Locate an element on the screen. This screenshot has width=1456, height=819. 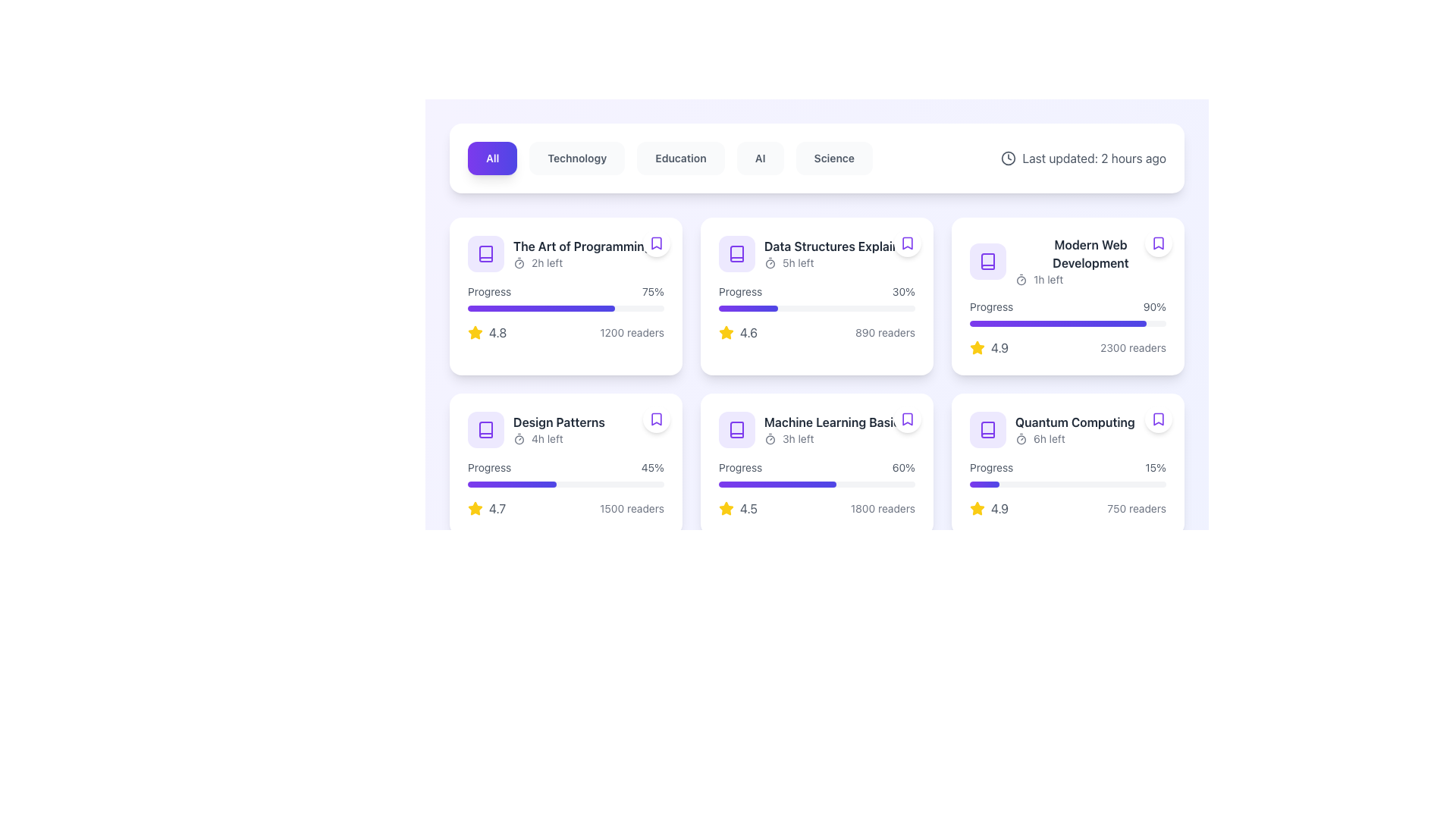
the bookmark icon button located in the top-right corner of the 'Machine Learning Basics' card to bookmark the item for later reference is located at coordinates (907, 419).